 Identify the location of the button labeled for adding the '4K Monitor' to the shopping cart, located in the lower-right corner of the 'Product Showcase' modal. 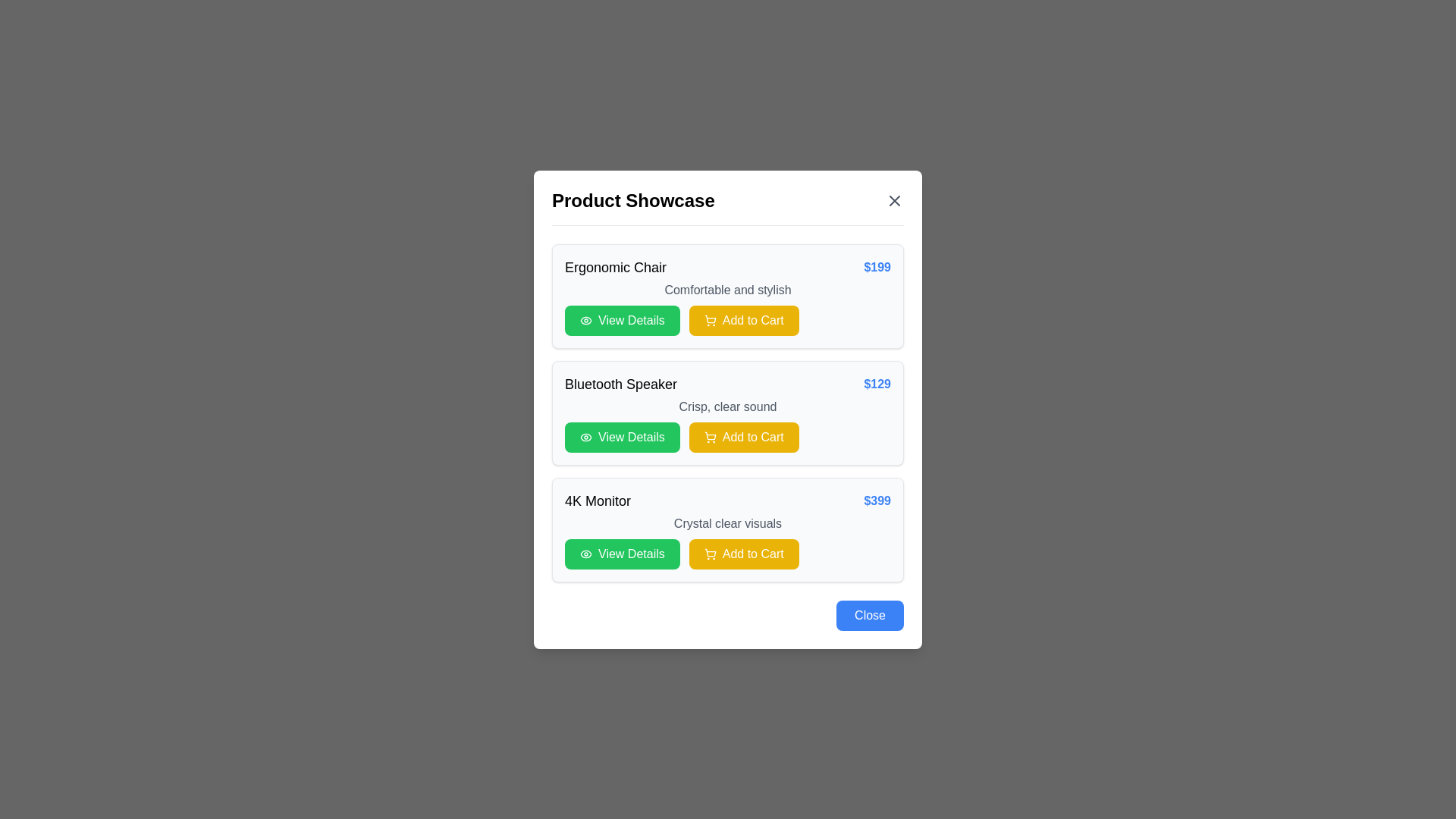
(753, 554).